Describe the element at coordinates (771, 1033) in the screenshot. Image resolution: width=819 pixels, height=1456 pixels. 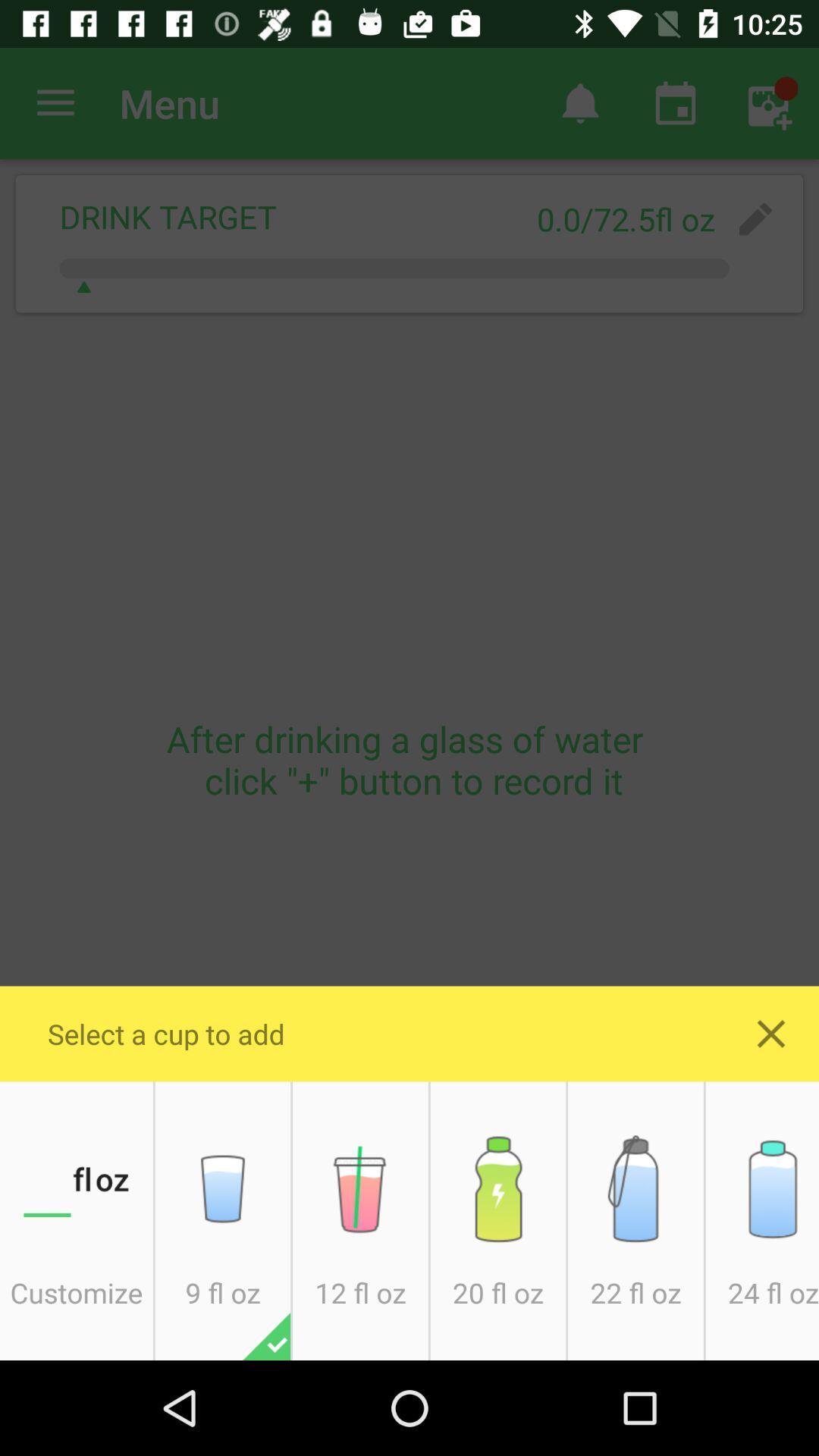
I see `exit out` at that location.